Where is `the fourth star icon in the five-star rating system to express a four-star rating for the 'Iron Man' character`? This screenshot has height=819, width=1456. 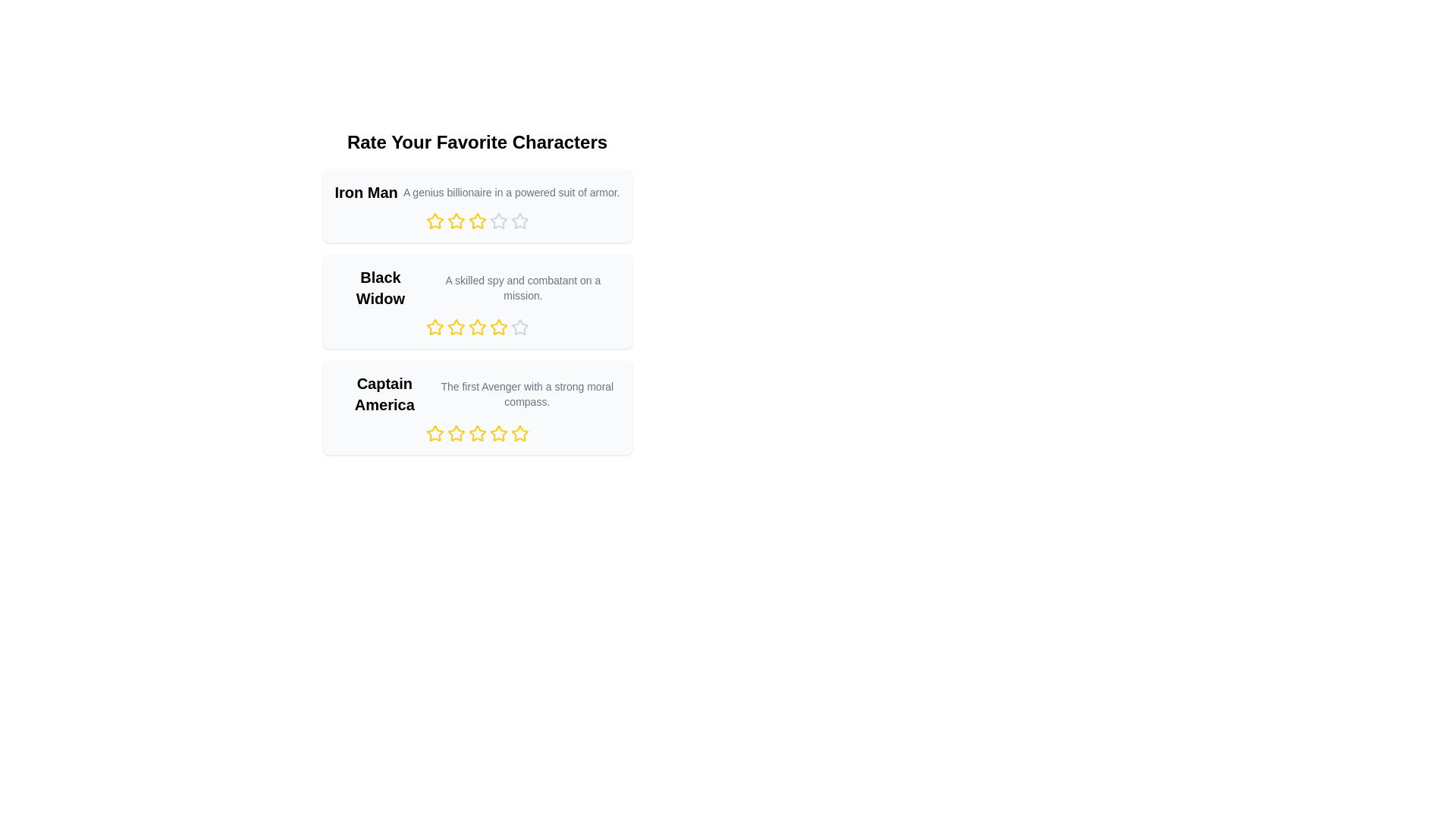
the fourth star icon in the five-star rating system to express a four-star rating for the 'Iron Man' character is located at coordinates (519, 221).